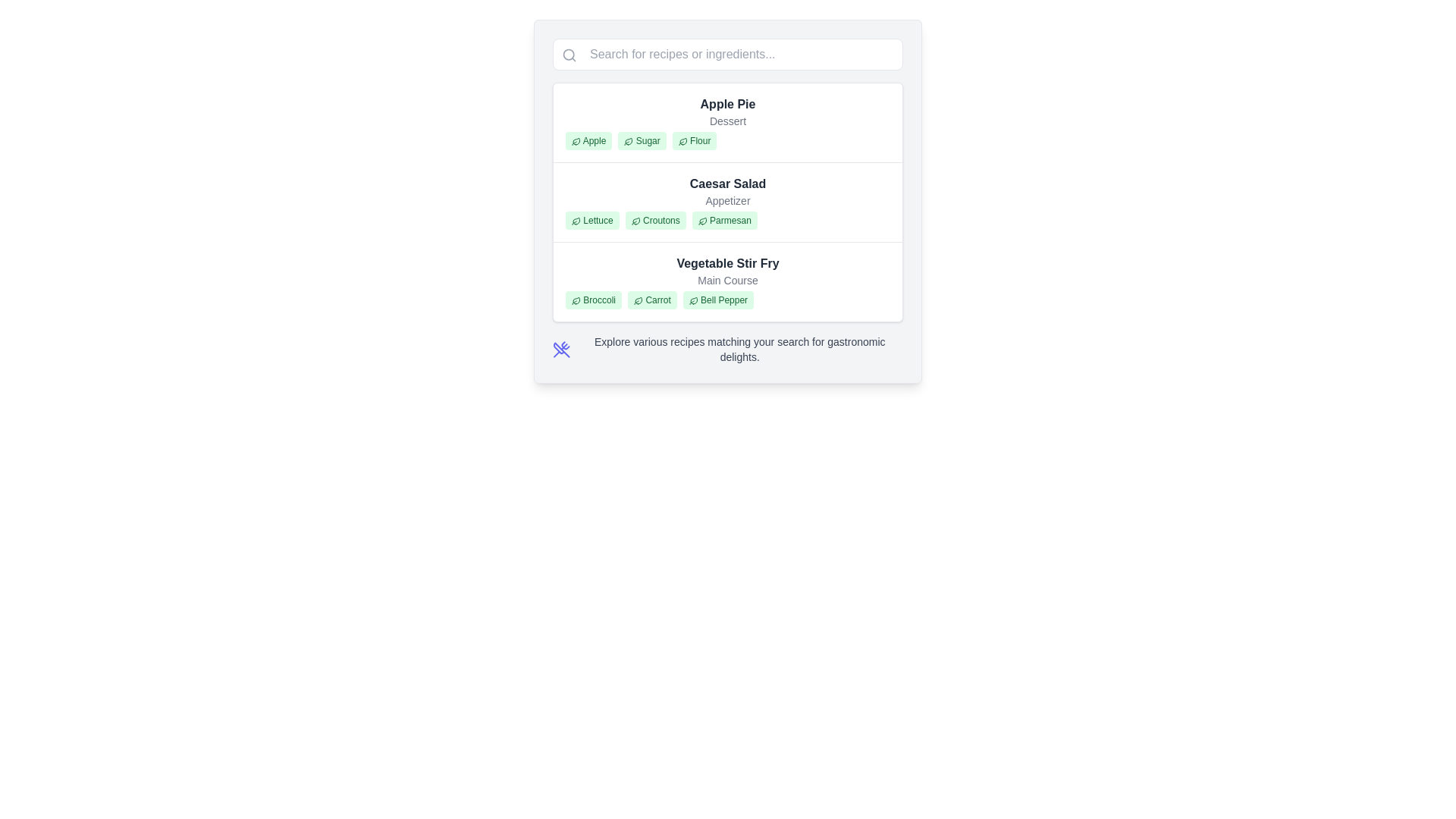  I want to click on the Decorative Icon Component, which is a circular shape representing a magnifying glass for search operations, located near the top-left corner of the interface by the search bar, so click(568, 54).